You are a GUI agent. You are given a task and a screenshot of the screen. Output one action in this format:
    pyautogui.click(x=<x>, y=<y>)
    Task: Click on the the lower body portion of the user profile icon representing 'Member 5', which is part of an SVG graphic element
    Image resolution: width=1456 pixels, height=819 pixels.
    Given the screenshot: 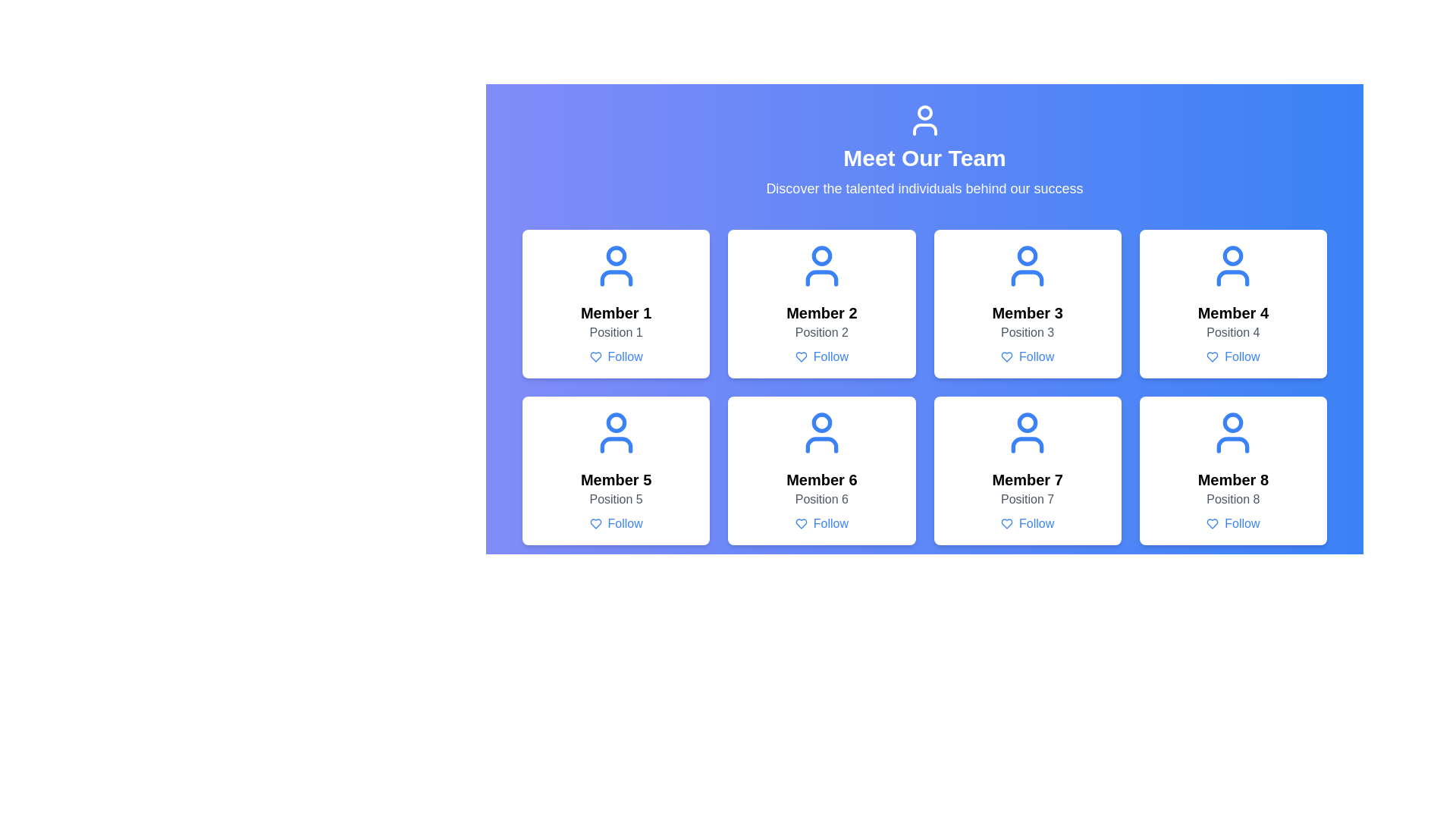 What is the action you would take?
    pyautogui.click(x=616, y=444)
    